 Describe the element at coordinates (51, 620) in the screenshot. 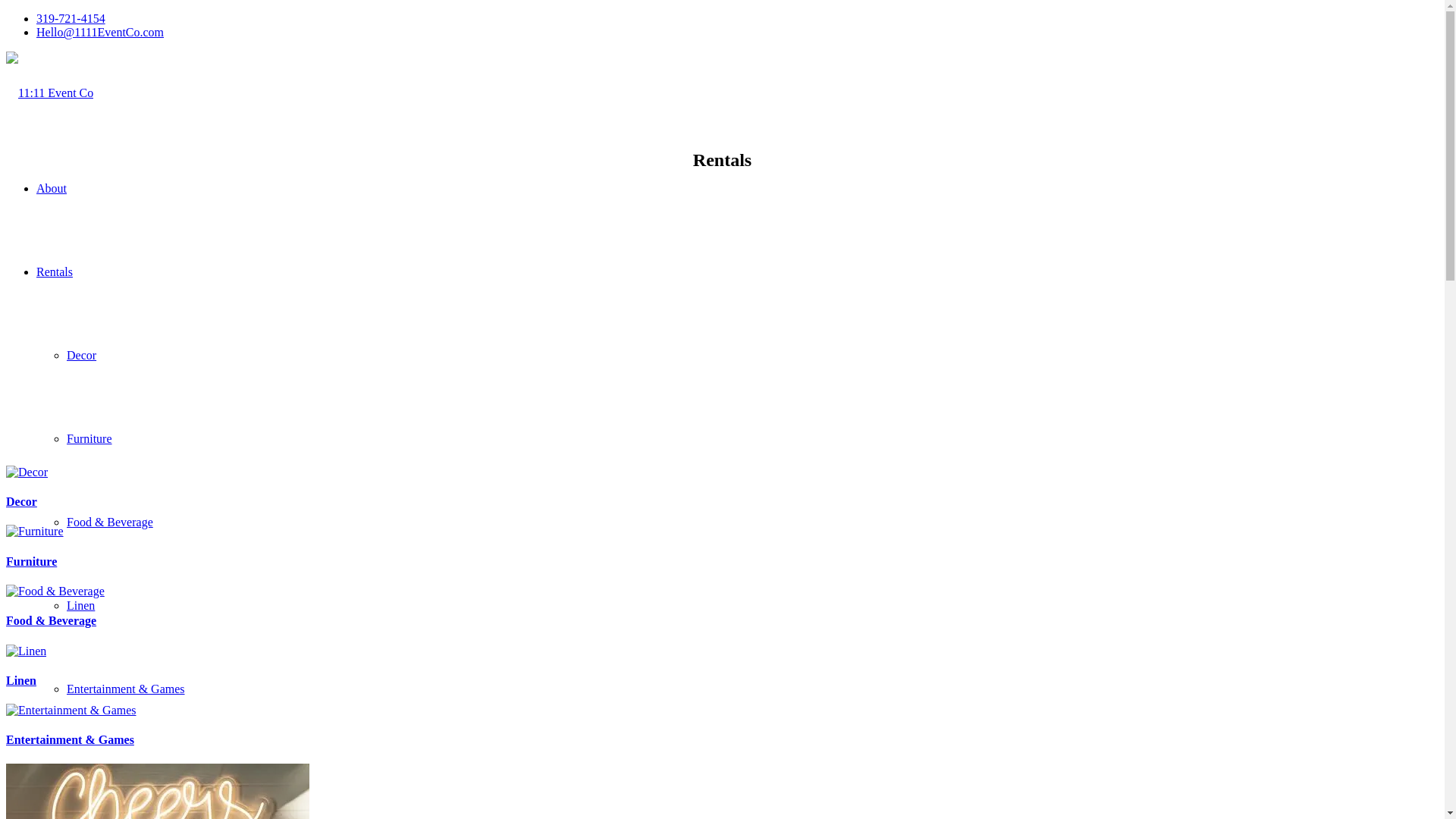

I see `'Food & Beverage'` at that location.